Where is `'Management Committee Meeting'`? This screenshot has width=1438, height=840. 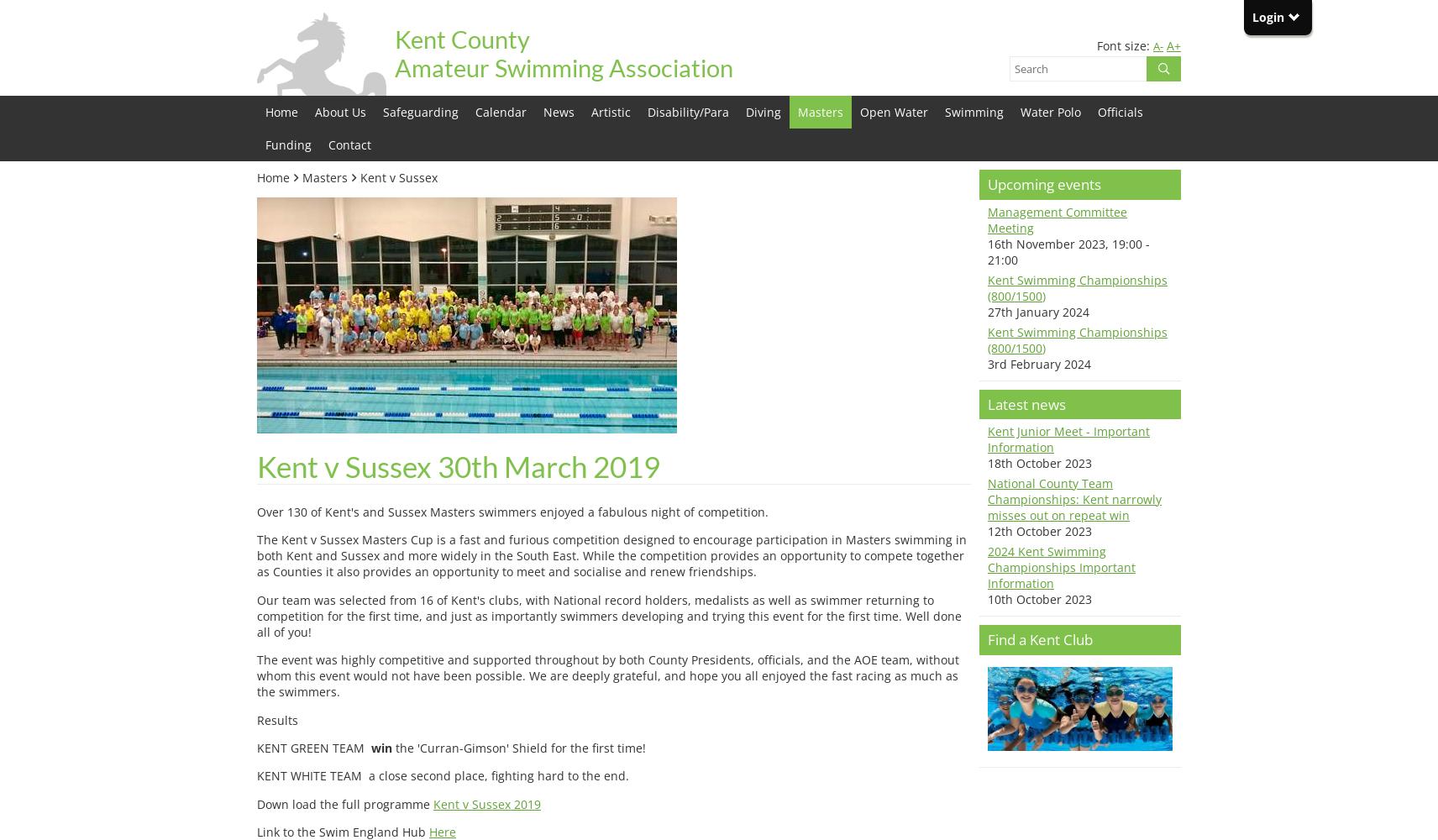 'Management Committee Meeting' is located at coordinates (1058, 219).